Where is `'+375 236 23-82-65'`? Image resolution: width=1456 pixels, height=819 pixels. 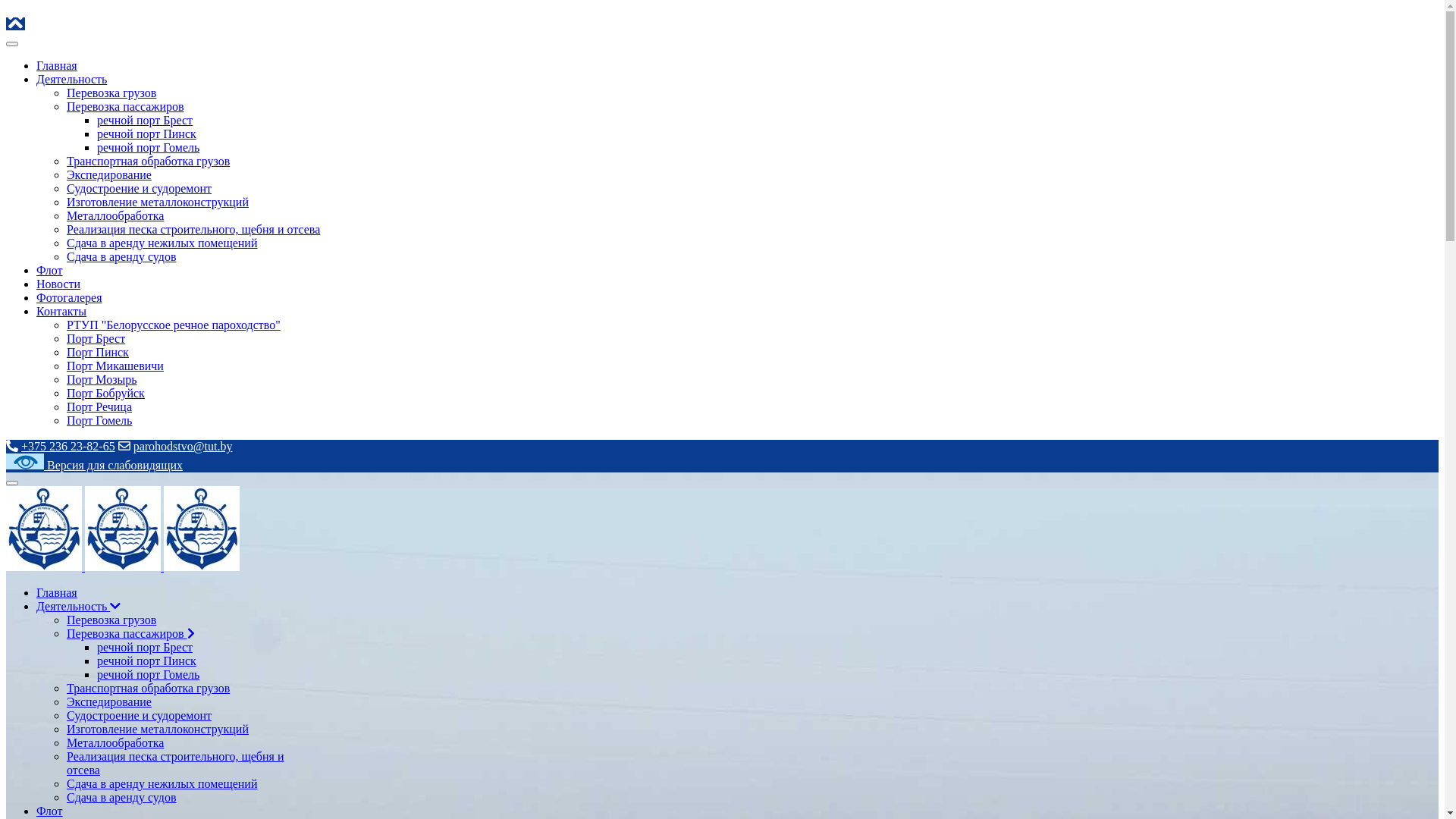 '+375 236 23-82-65' is located at coordinates (21, 445).